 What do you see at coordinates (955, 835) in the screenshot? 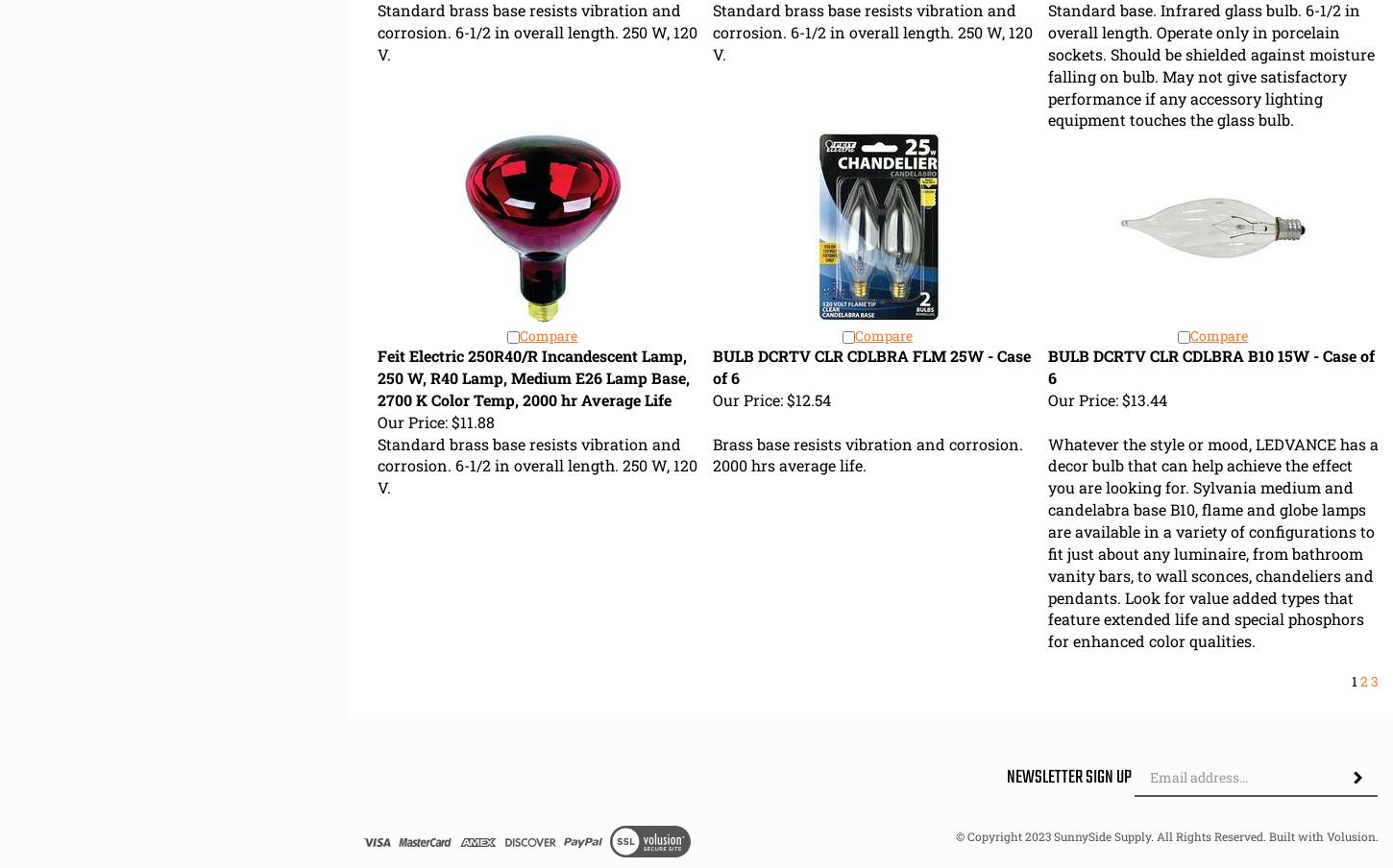
I see `'© Copyright'` at bounding box center [955, 835].